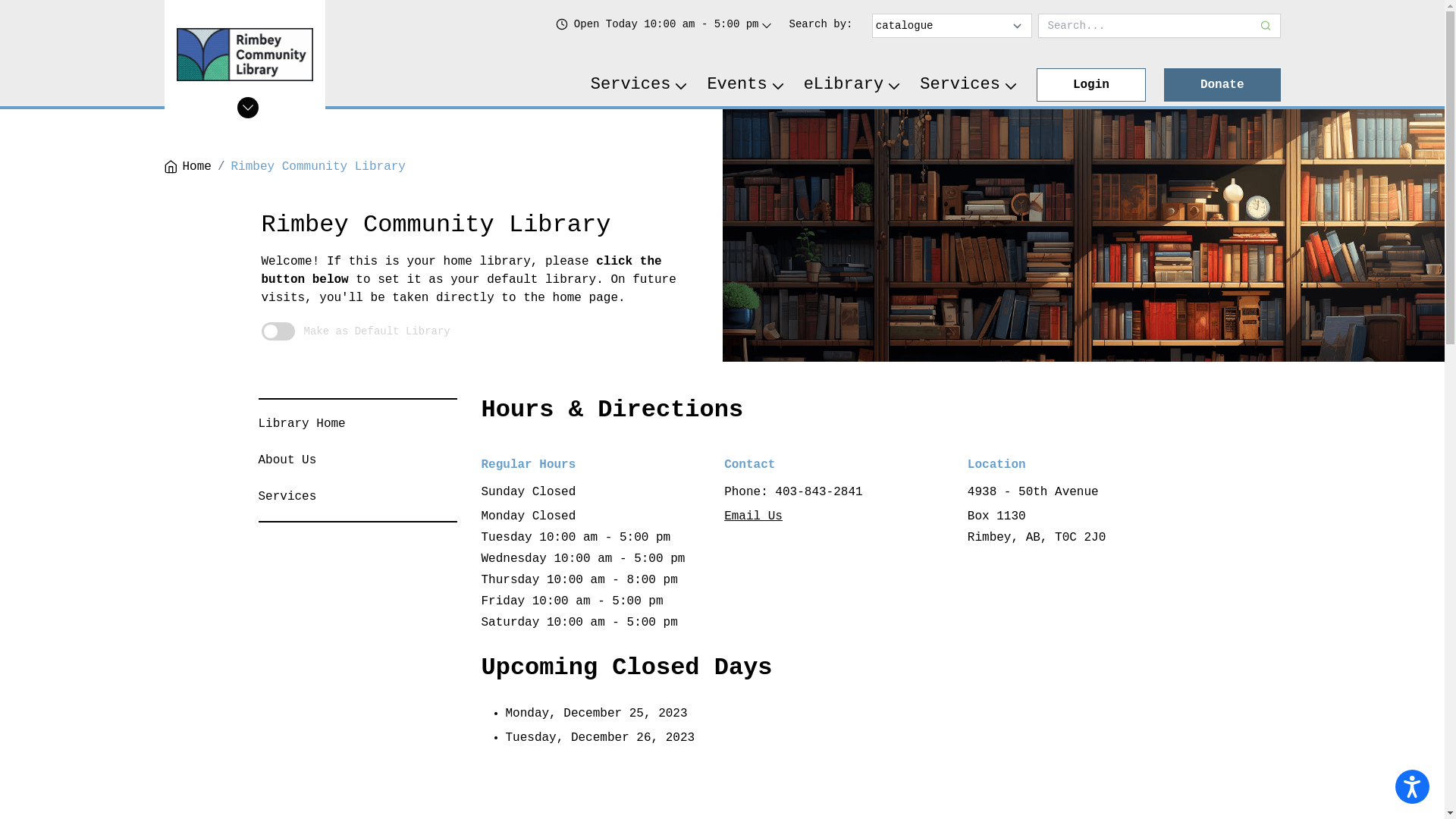  I want to click on 'Events', so click(745, 84).